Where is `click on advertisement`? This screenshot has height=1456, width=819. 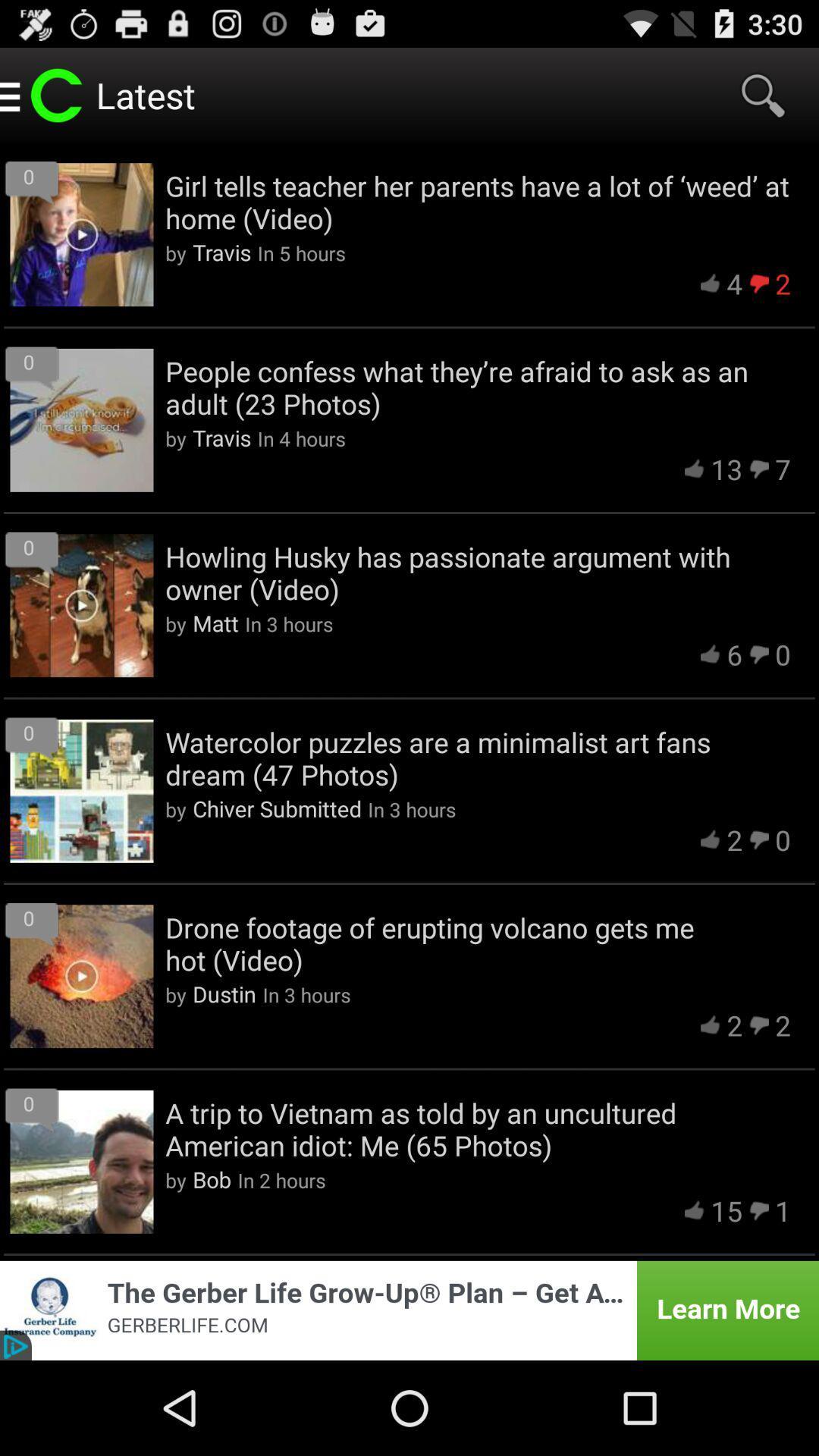
click on advertisement is located at coordinates (409, 1310).